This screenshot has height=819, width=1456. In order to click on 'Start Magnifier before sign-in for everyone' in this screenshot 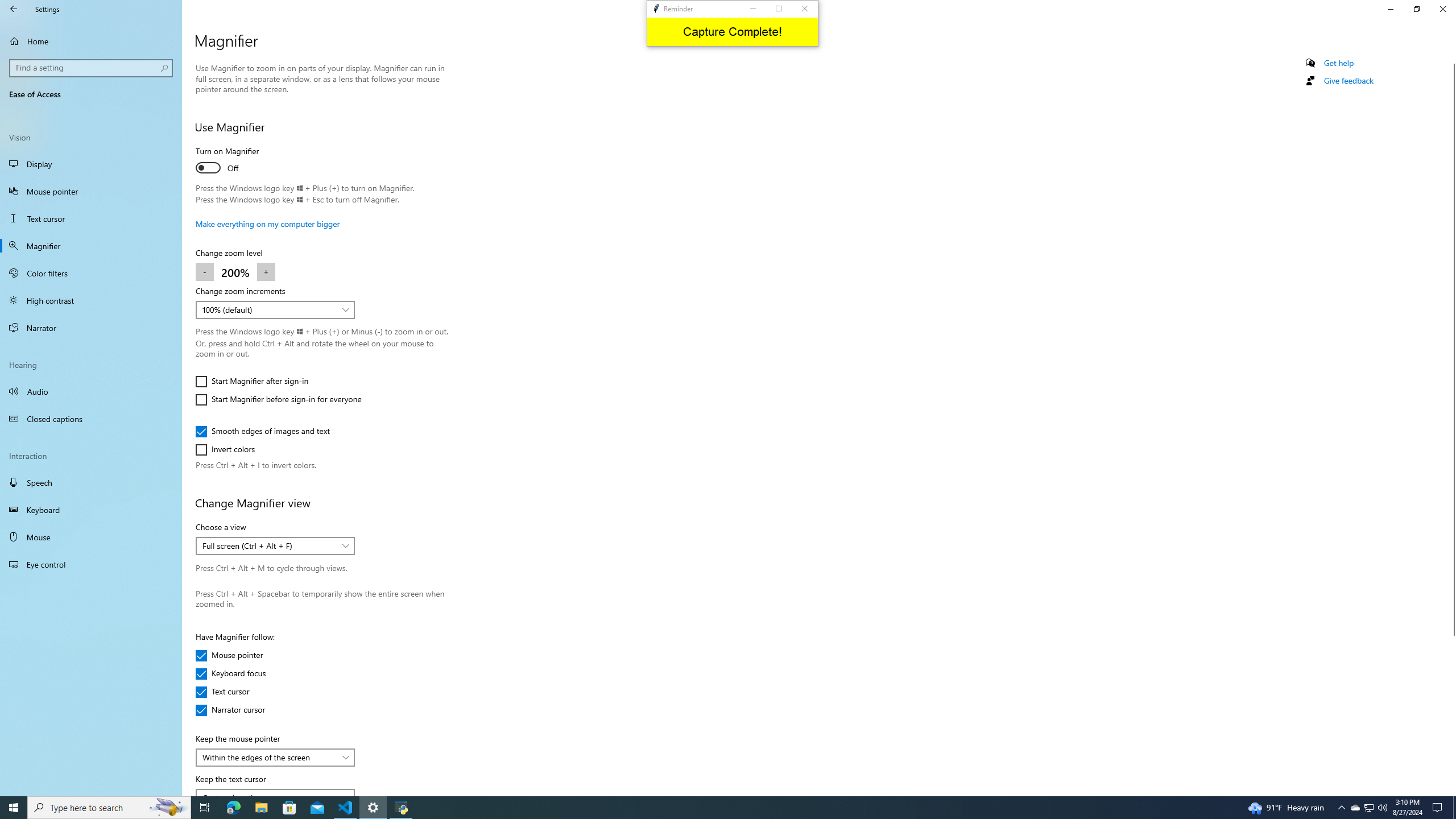, I will do `click(278, 399)`.